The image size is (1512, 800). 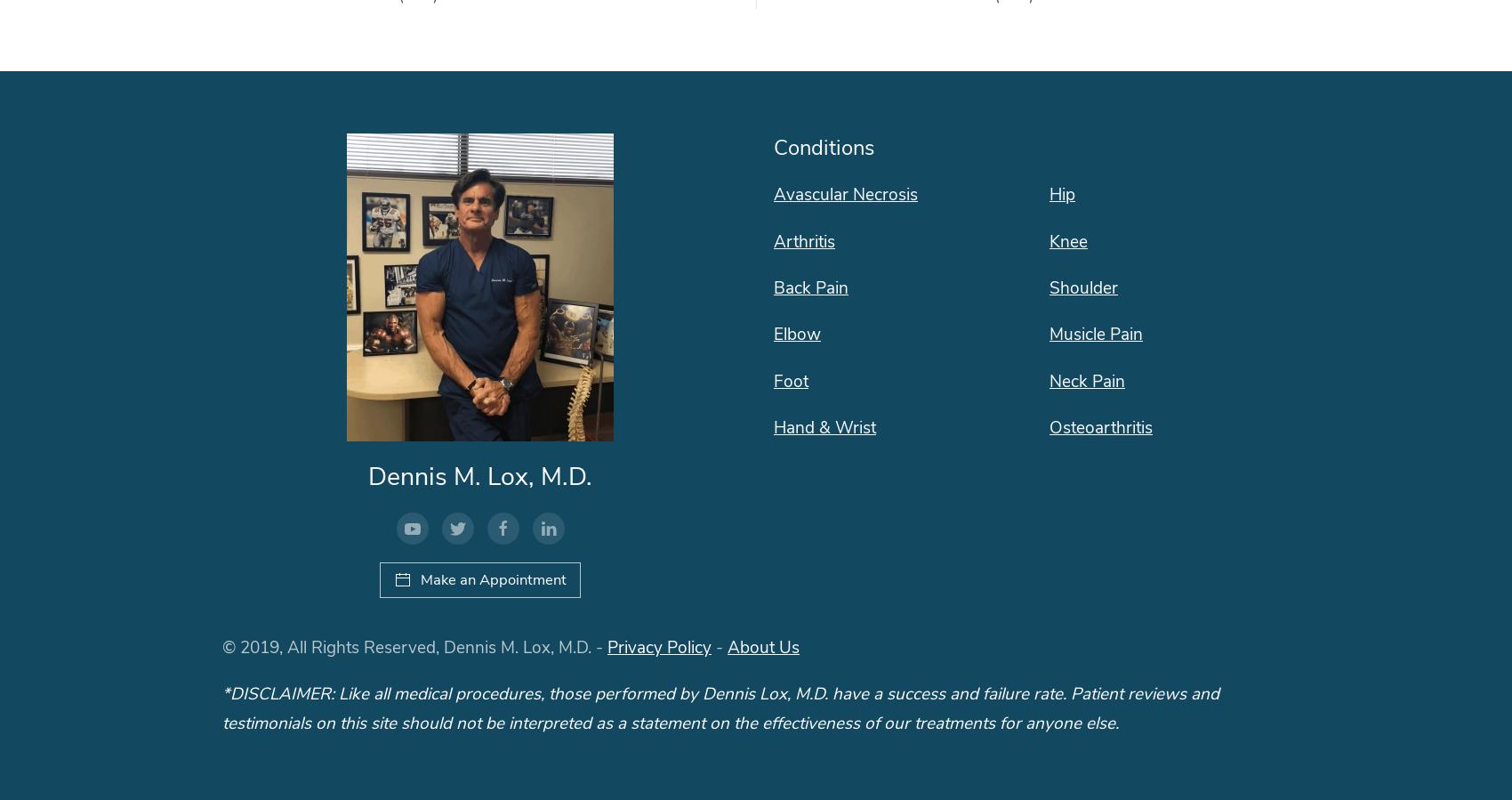 What do you see at coordinates (763, 647) in the screenshot?
I see `'About Us'` at bounding box center [763, 647].